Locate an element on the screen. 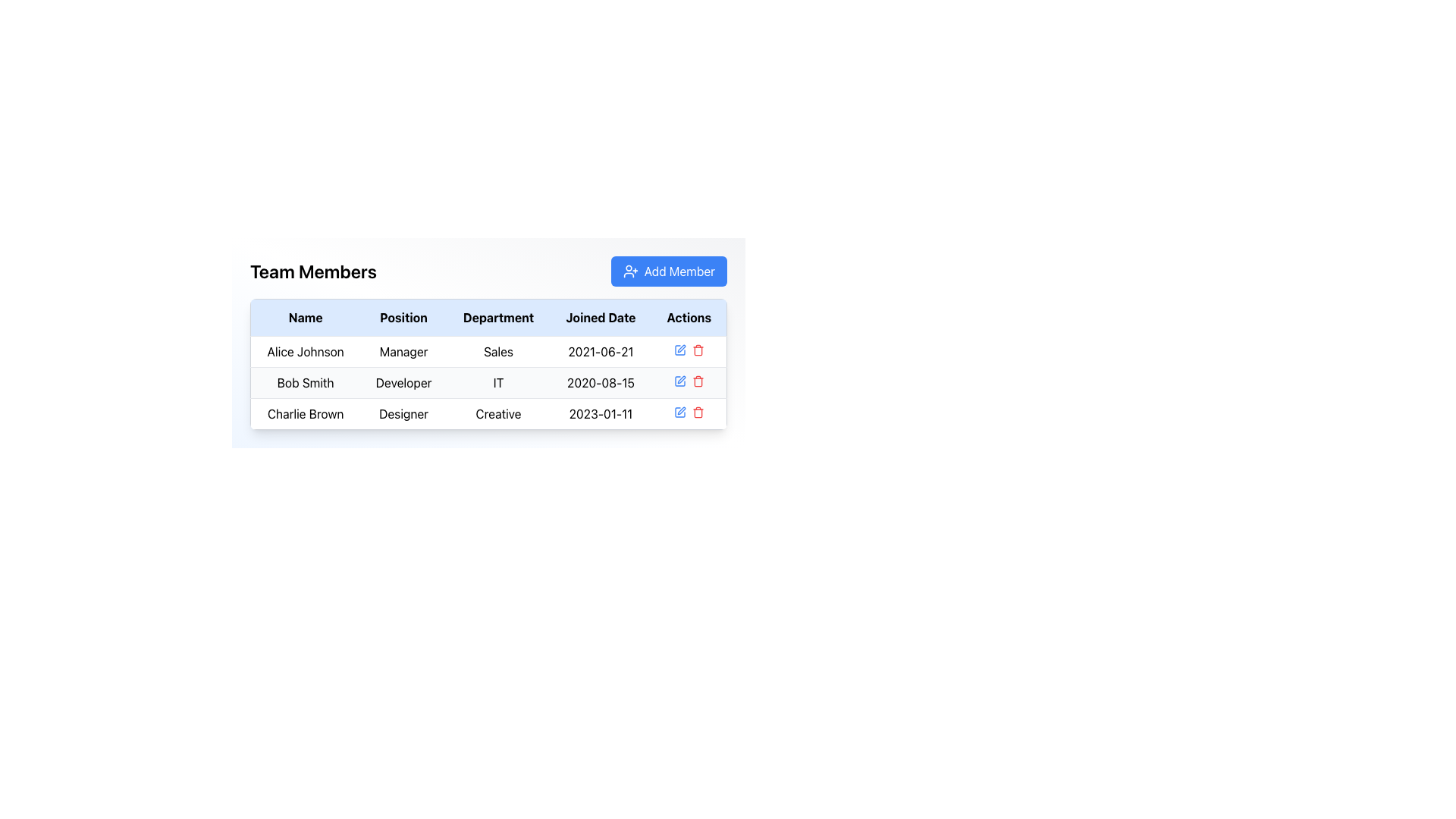 This screenshot has width=1456, height=819. the 'Add Member' icon, which represents the action of adding a new user, located to the left of the text within the button in the top-right corner of the interface is located at coordinates (630, 271).